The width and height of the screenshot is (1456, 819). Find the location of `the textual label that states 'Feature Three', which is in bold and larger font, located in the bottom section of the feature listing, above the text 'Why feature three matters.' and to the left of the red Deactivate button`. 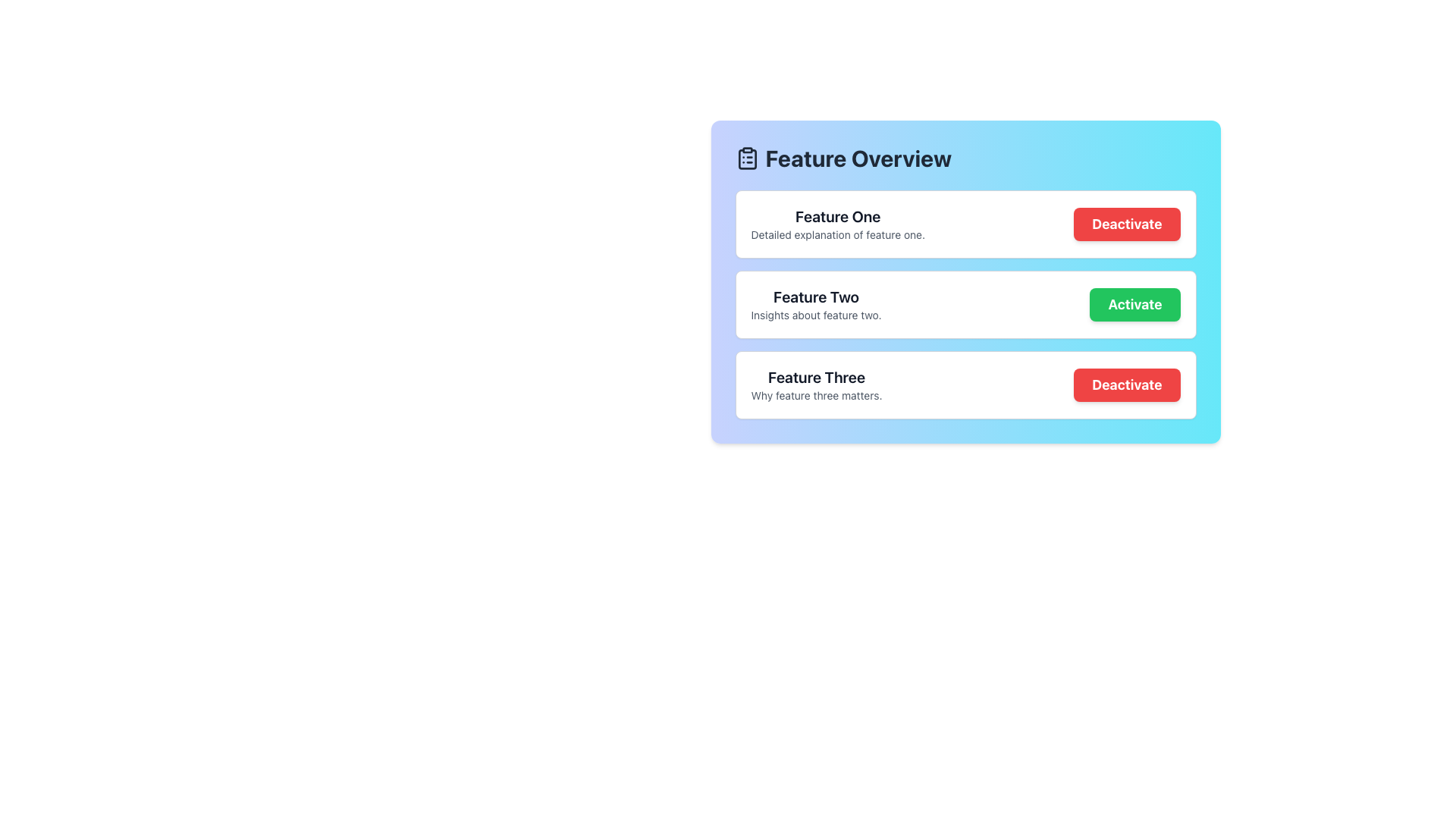

the textual label that states 'Feature Three', which is in bold and larger font, located in the bottom section of the feature listing, above the text 'Why feature three matters.' and to the left of the red Deactivate button is located at coordinates (815, 376).